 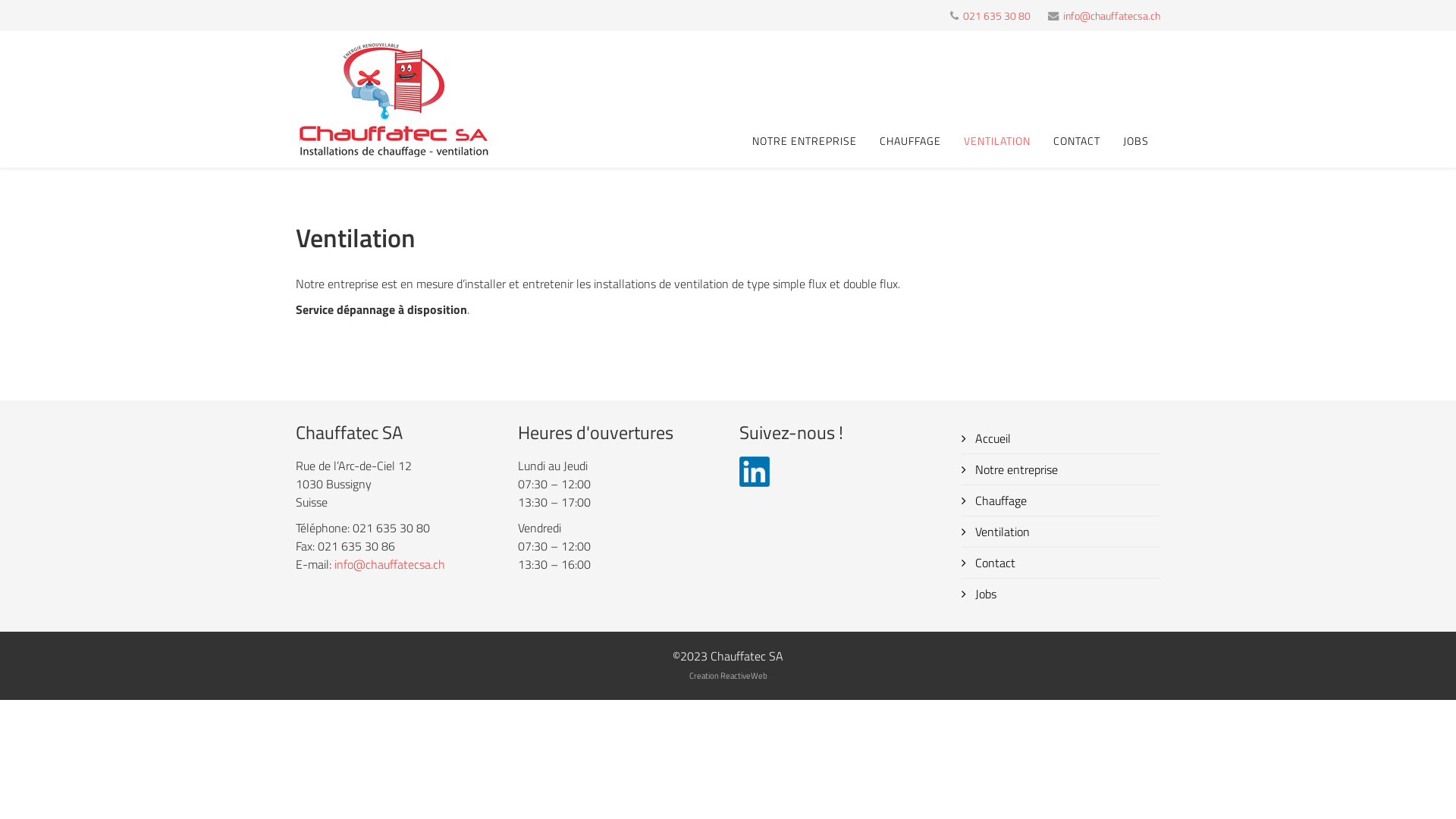 I want to click on 'Contact', so click(x=1060, y=562).